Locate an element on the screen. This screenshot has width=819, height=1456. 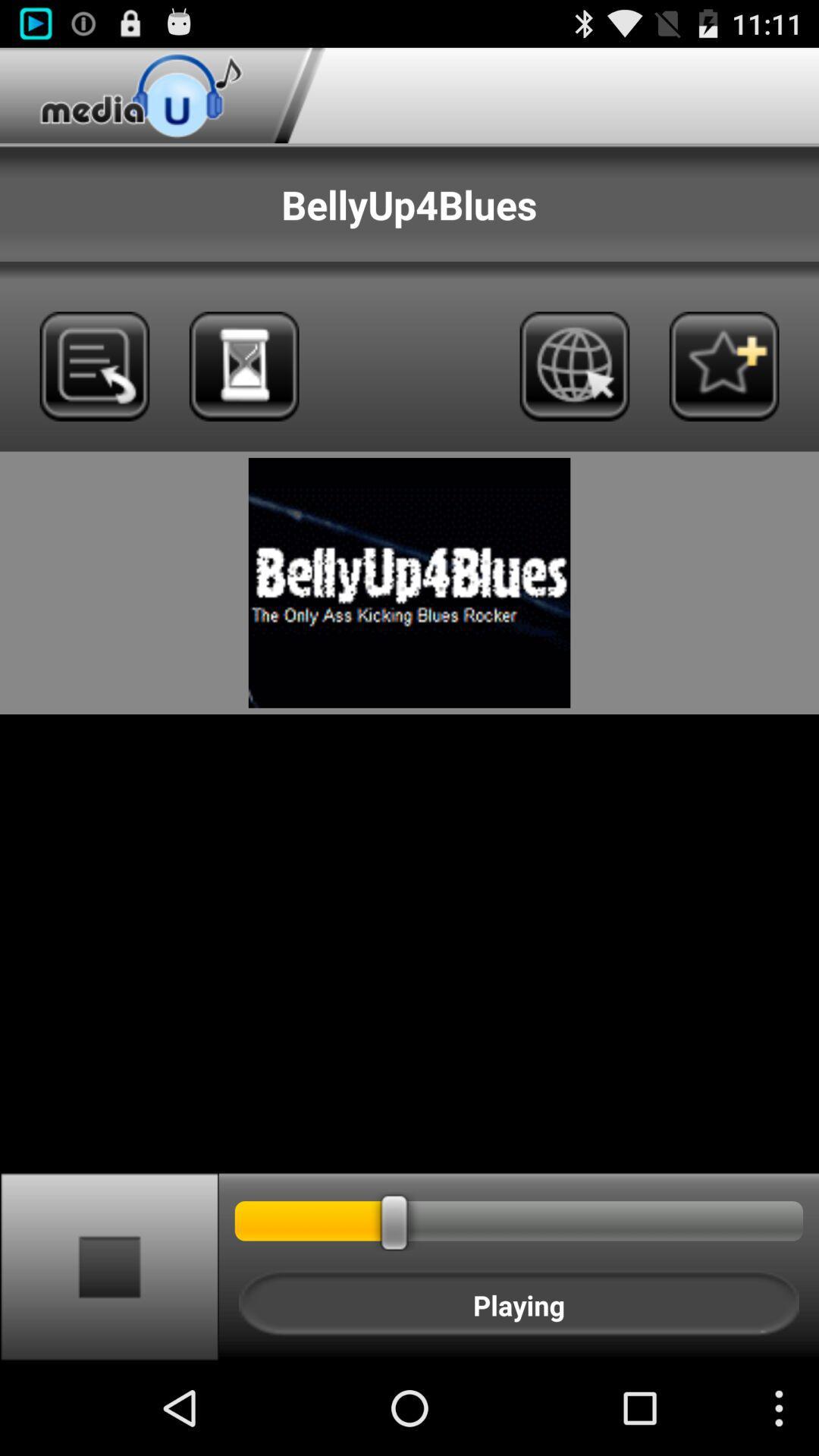
song is located at coordinates (723, 366).